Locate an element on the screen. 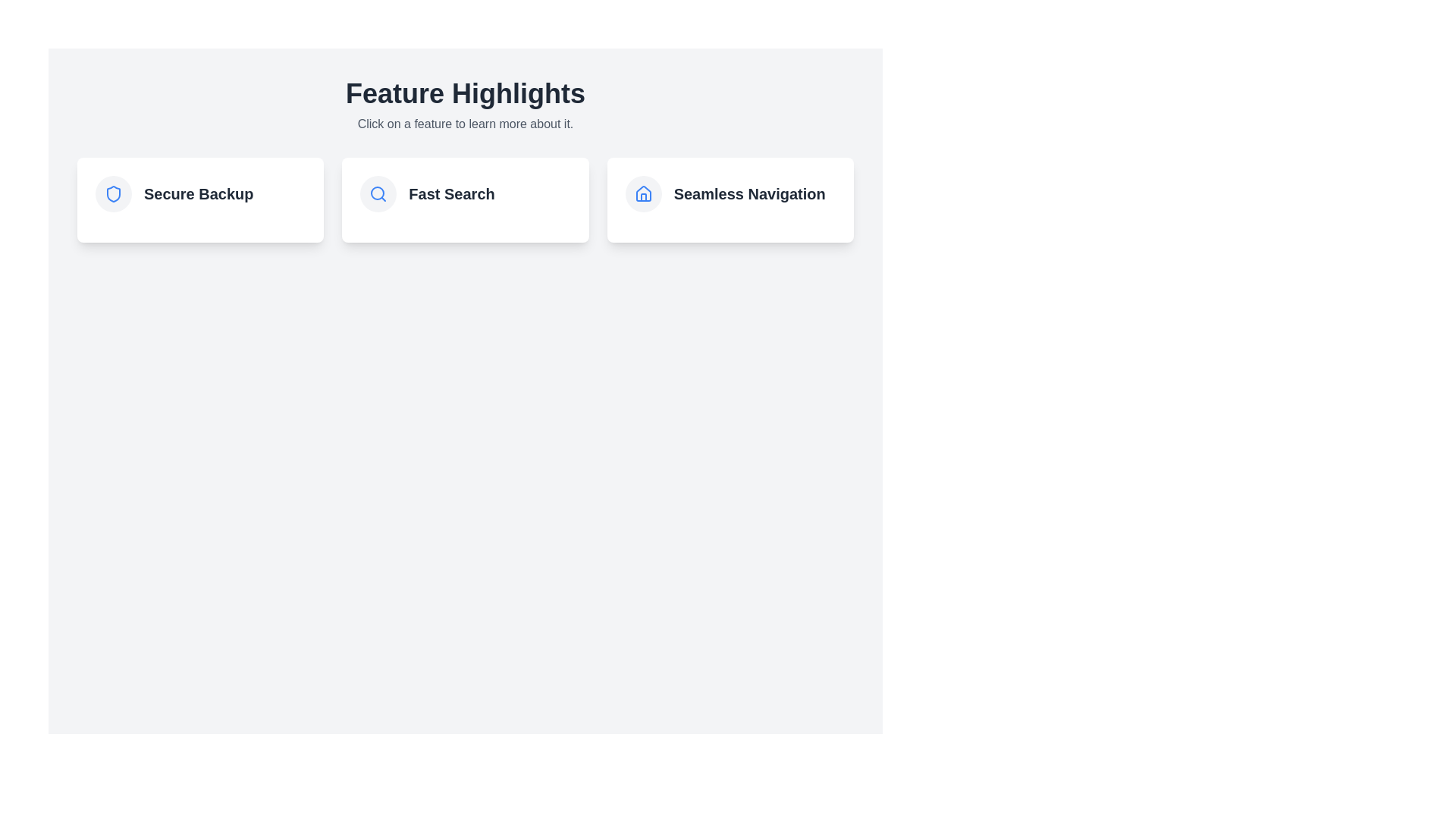 This screenshot has height=819, width=1456. the 'Fast Search' card, which is the second card in a horizontal list is located at coordinates (465, 199).